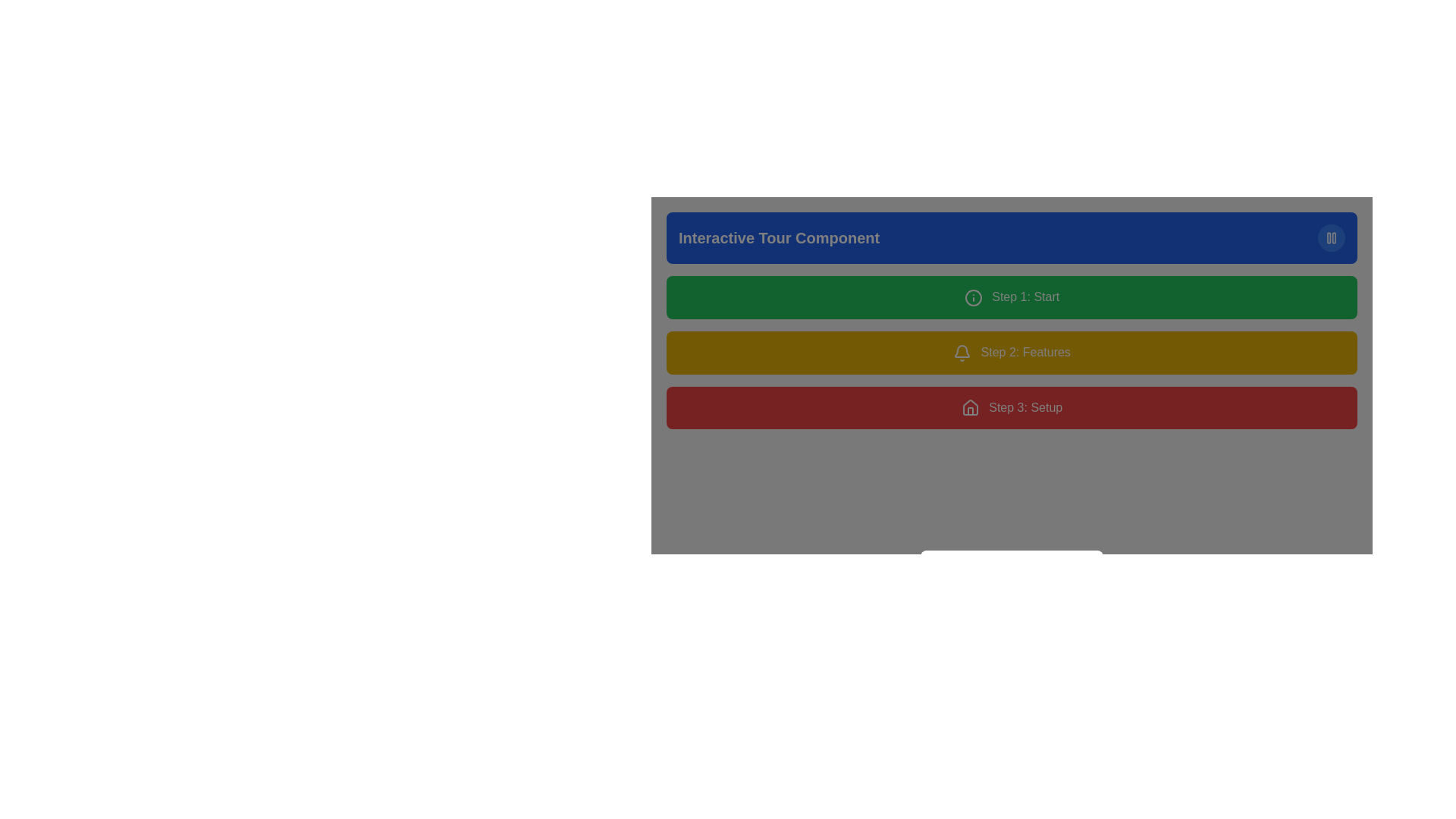 This screenshot has width=1456, height=819. Describe the element at coordinates (1012, 353) in the screenshot. I see `the Label with icon that represents the second step in a multi-step process, positioned below 'Step 1: Start' and above 'Step 3: Setup'` at that location.